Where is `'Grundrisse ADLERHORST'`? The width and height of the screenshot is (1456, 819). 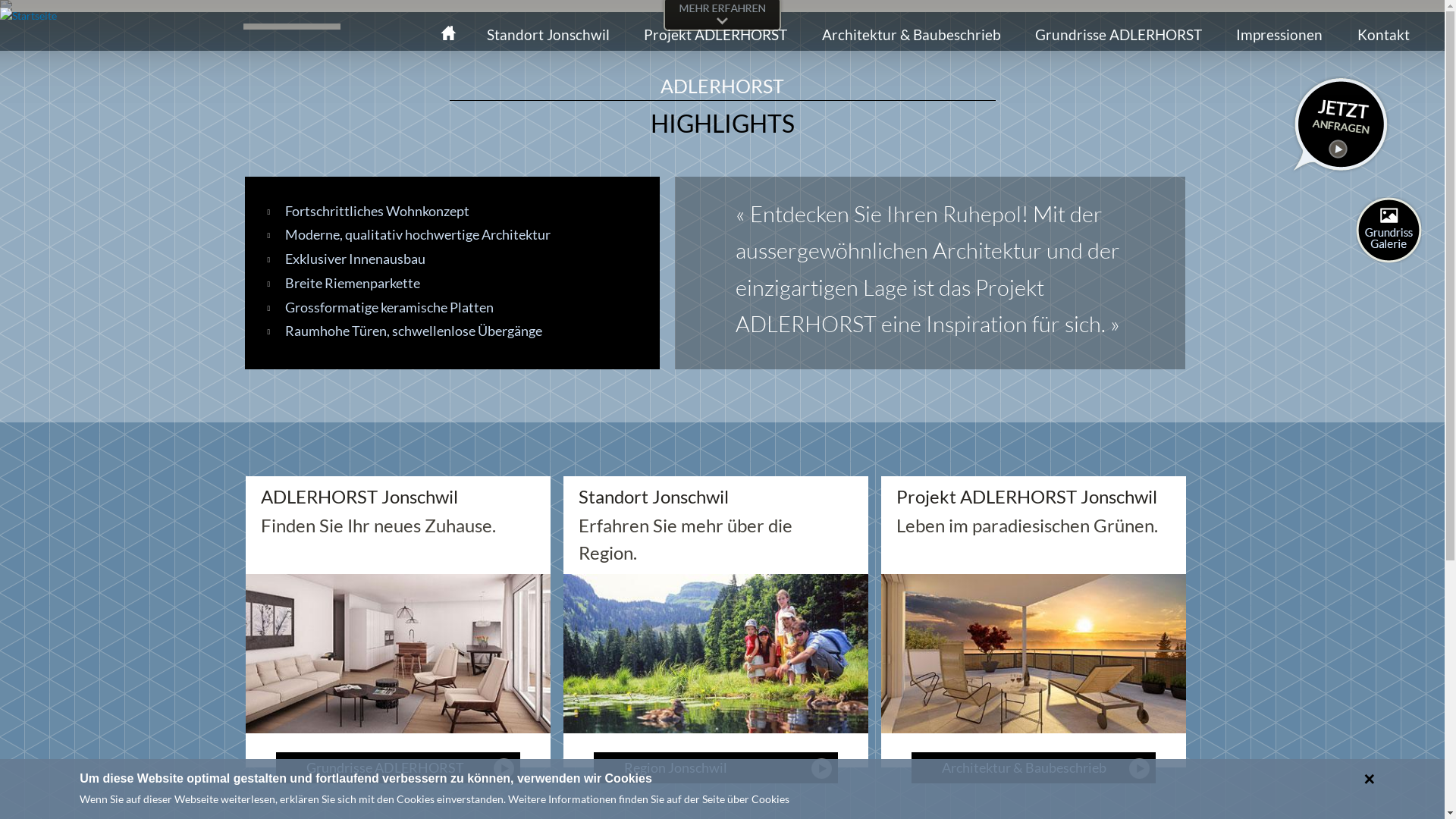 'Grundrisse ADLERHORST' is located at coordinates (397, 767).